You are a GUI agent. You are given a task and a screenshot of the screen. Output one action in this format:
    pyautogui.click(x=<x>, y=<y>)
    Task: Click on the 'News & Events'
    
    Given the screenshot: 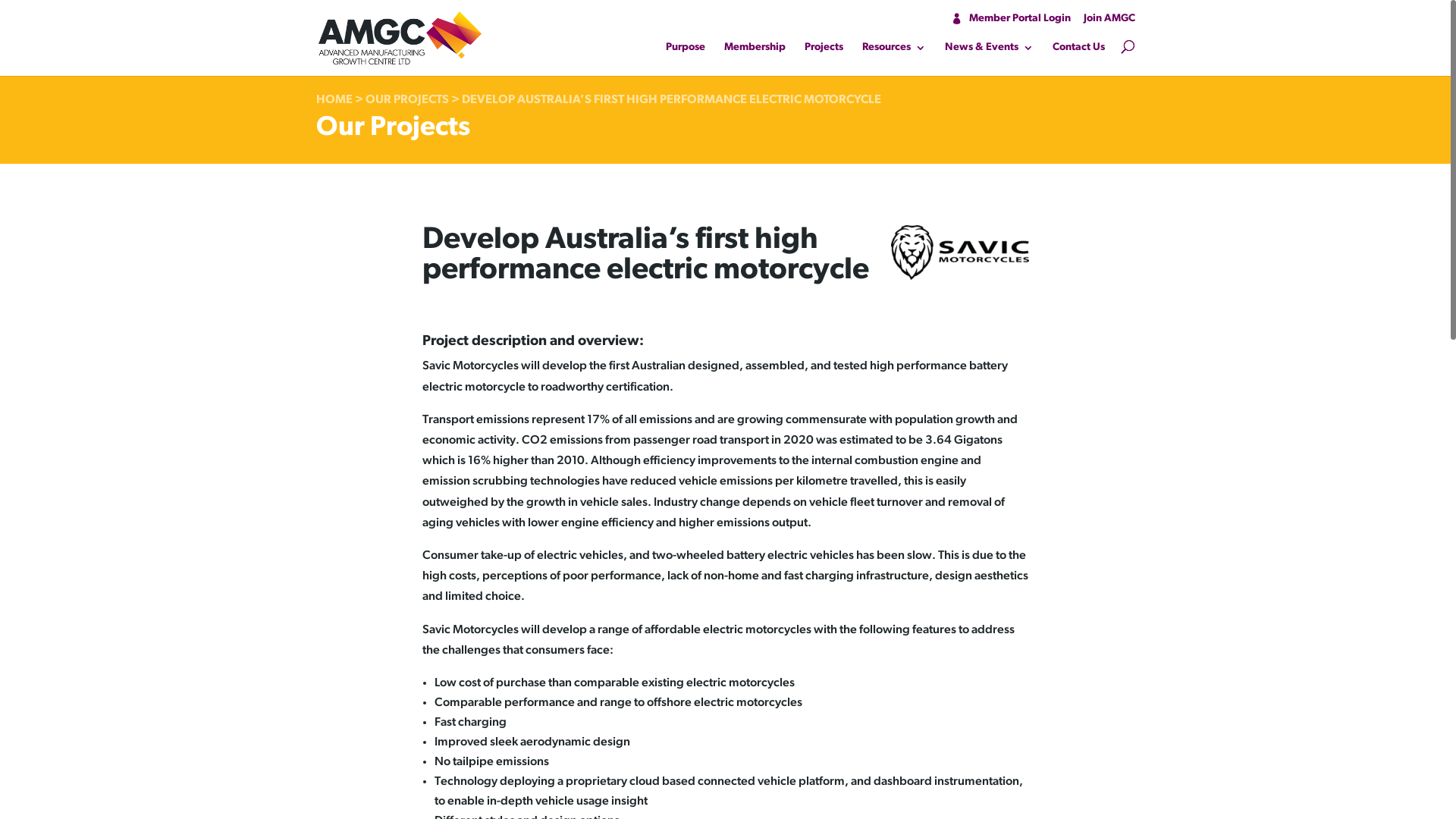 What is the action you would take?
    pyautogui.click(x=989, y=50)
    